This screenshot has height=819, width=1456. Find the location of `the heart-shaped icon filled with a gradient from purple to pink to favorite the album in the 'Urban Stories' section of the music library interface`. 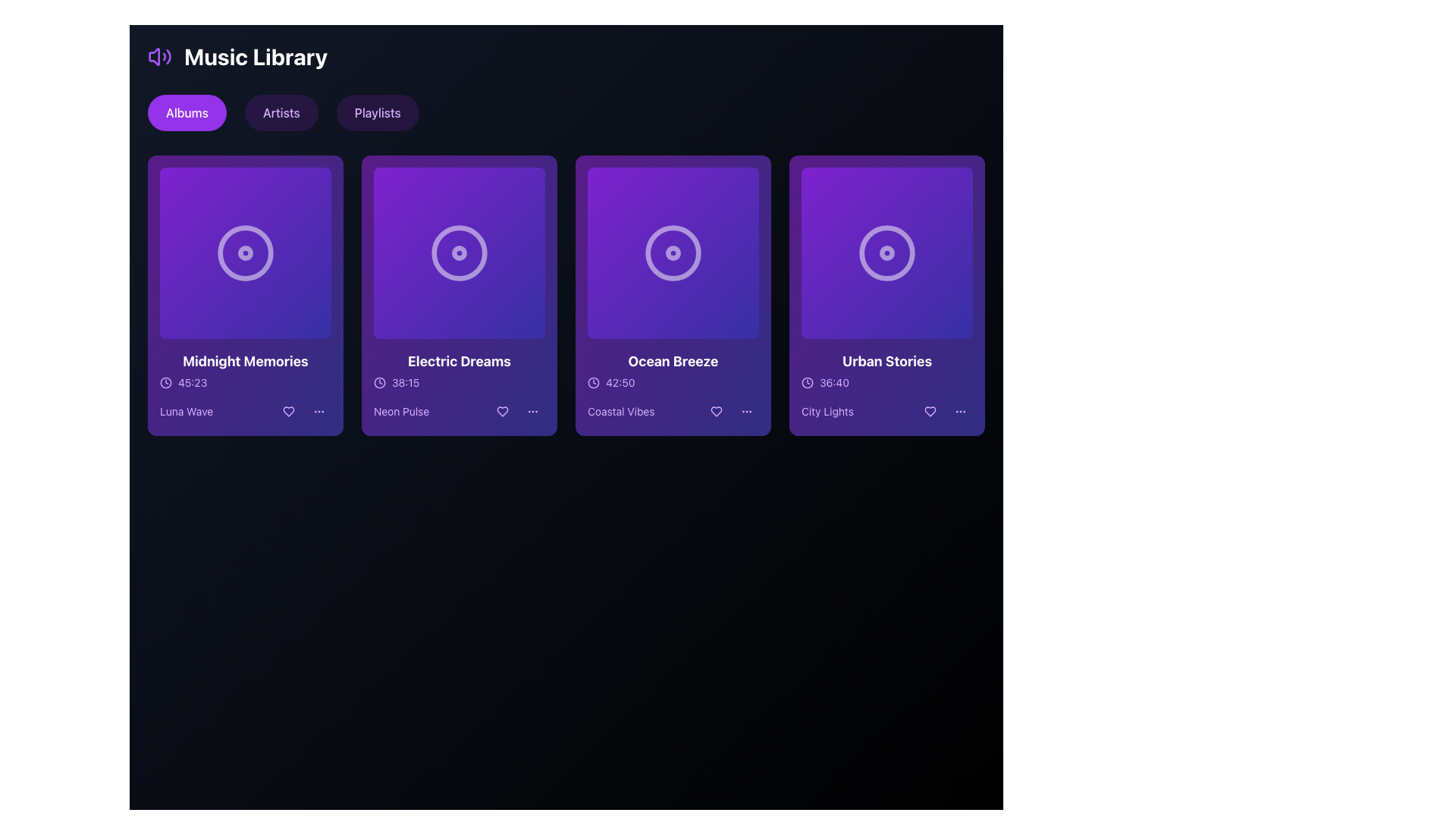

the heart-shaped icon filled with a gradient from purple to pink to favorite the album in the 'Urban Stories' section of the music library interface is located at coordinates (930, 412).